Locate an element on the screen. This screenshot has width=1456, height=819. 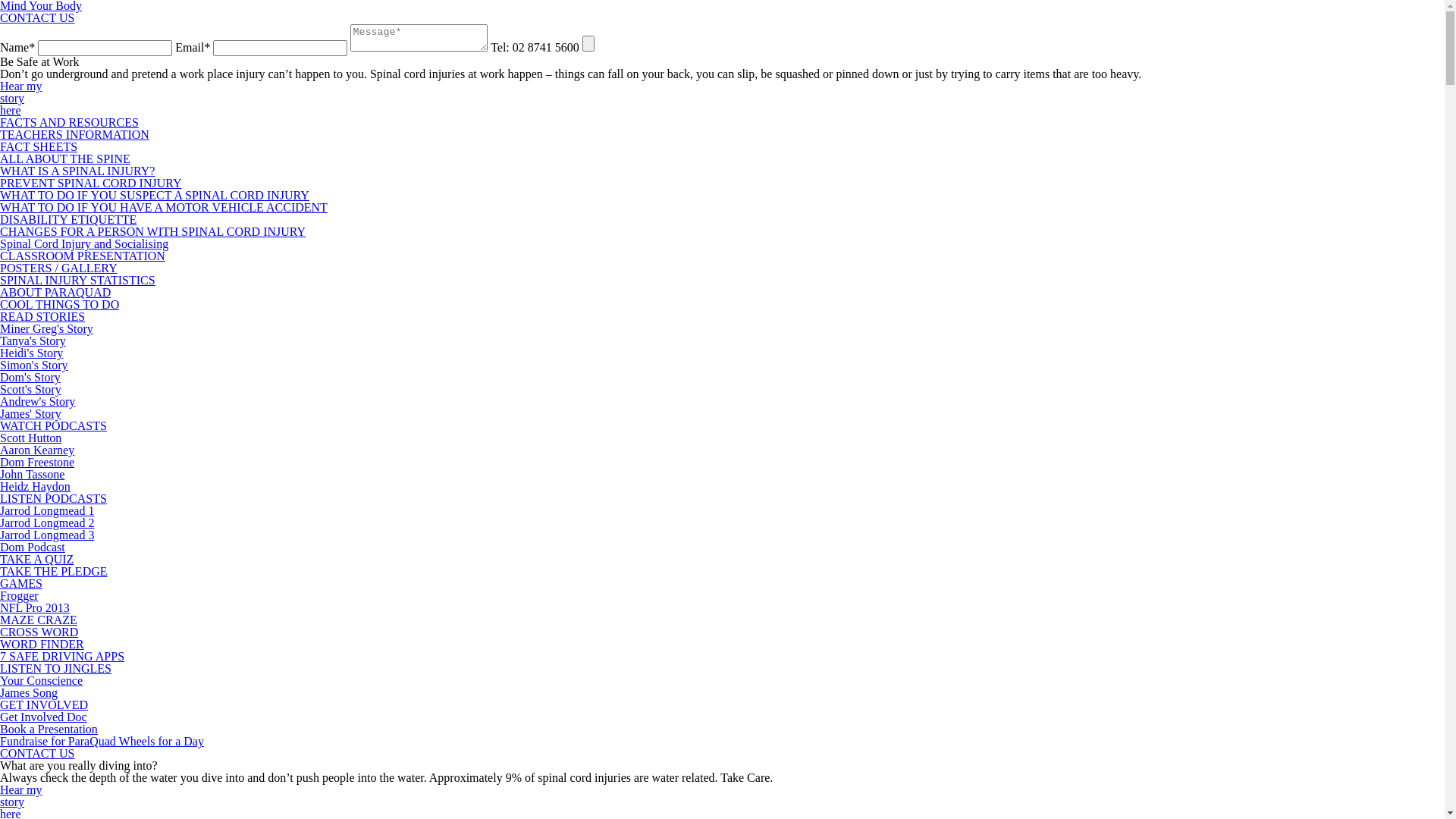
'Tanya's Story' is located at coordinates (33, 340).